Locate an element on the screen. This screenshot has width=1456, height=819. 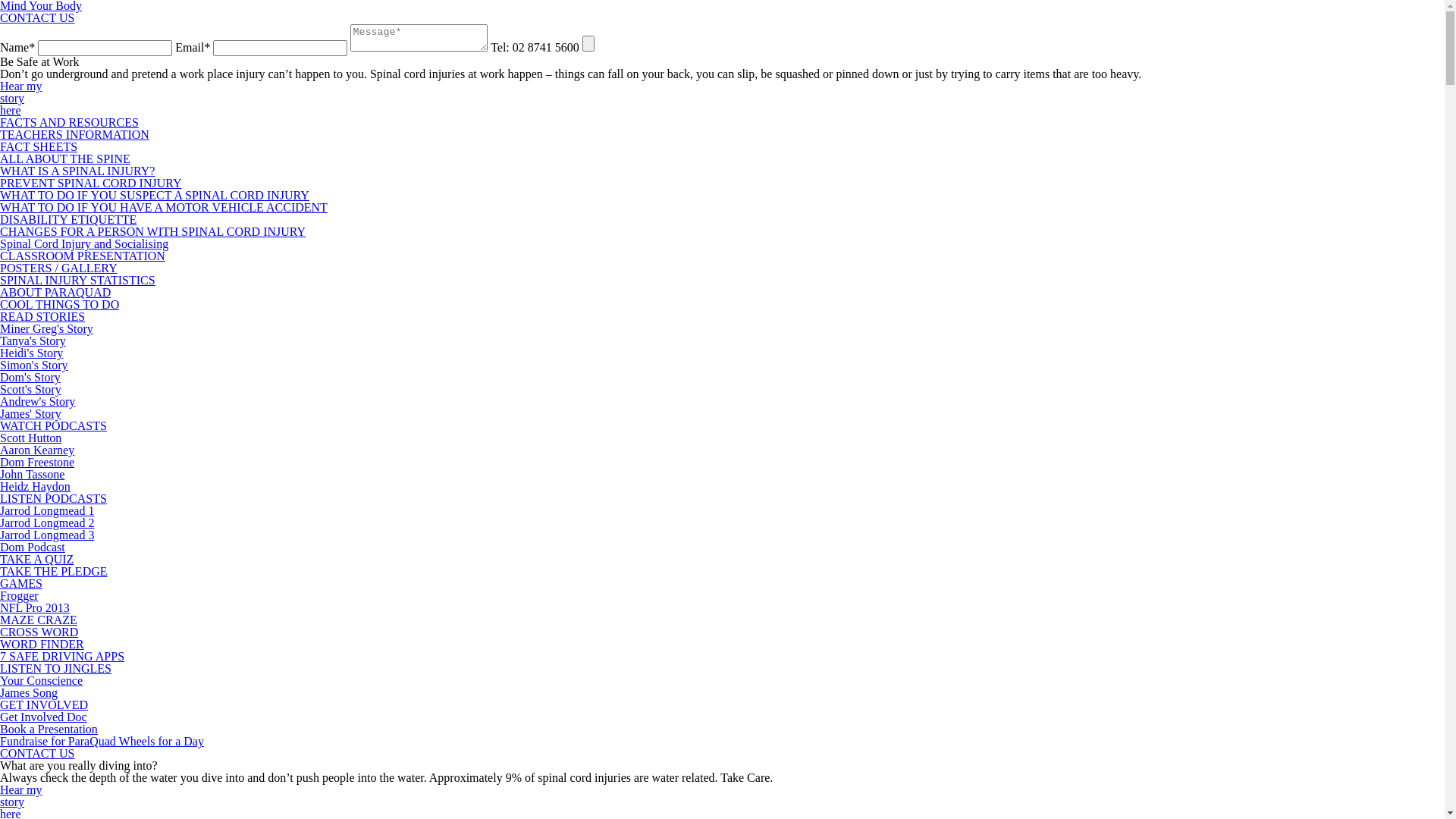
'Tanya's Story' is located at coordinates (33, 340).